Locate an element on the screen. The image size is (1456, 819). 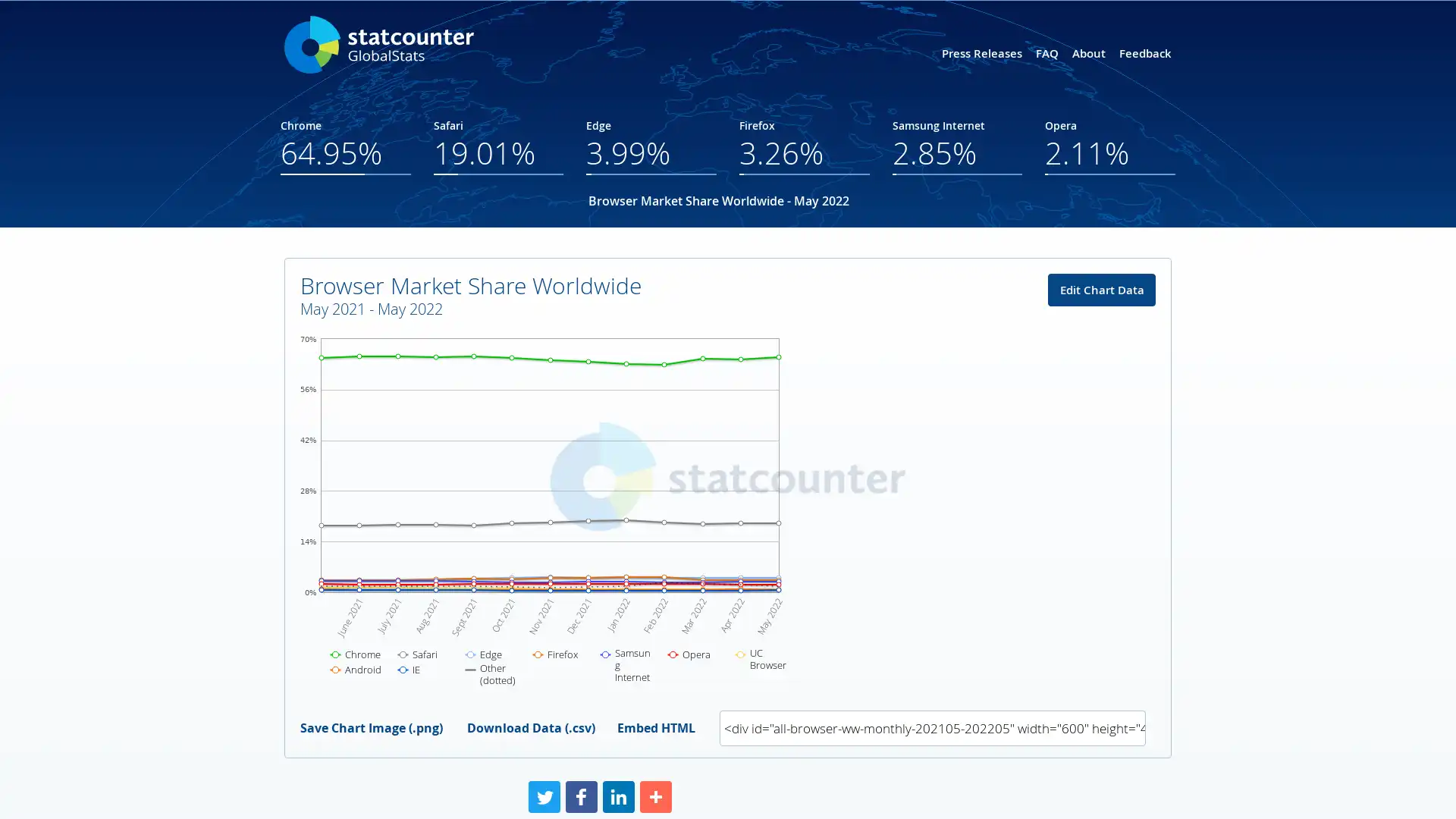
Share to More More is located at coordinates (814, 795).